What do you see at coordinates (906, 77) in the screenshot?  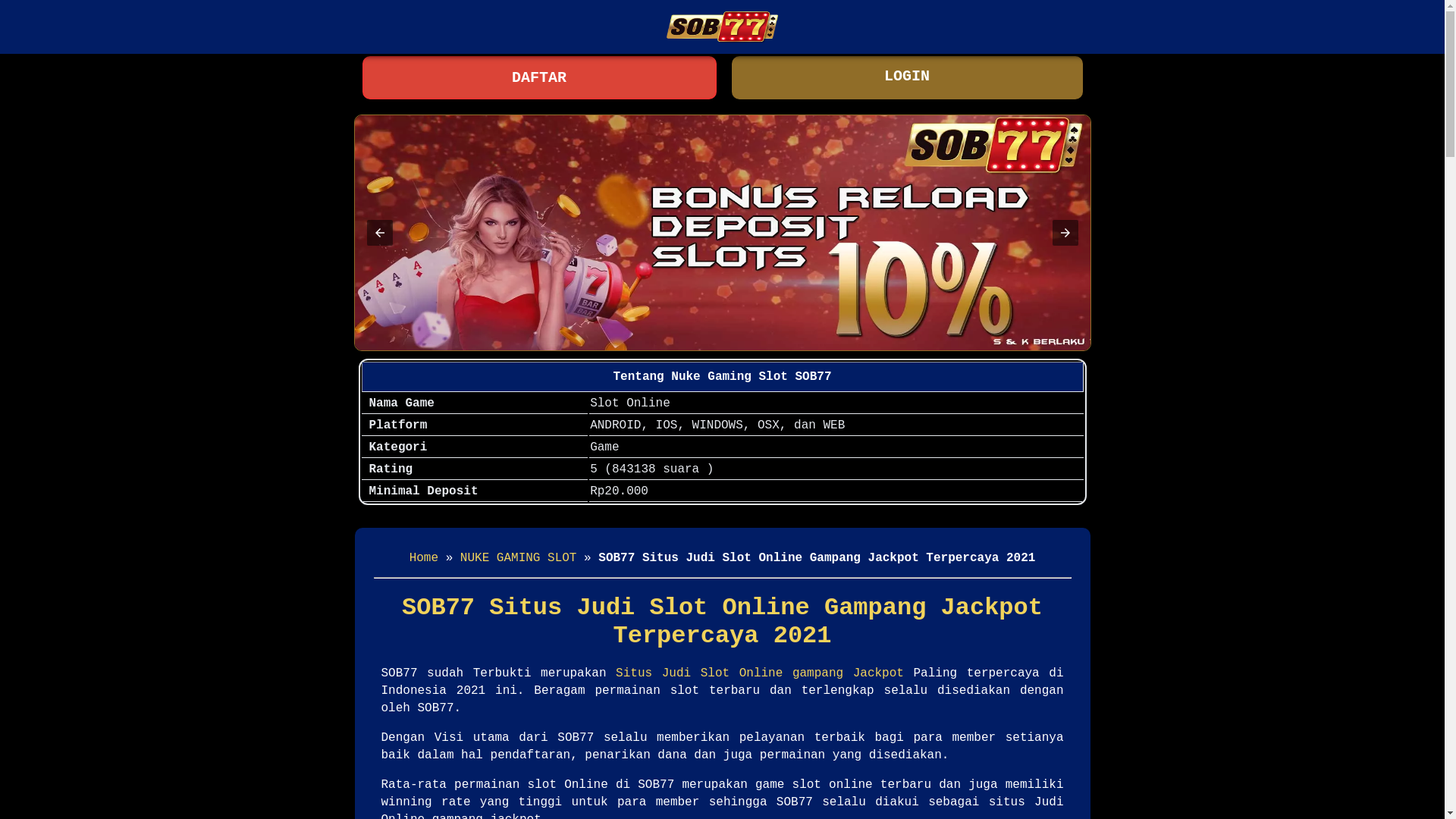 I see `'LOGIN'` at bounding box center [906, 77].